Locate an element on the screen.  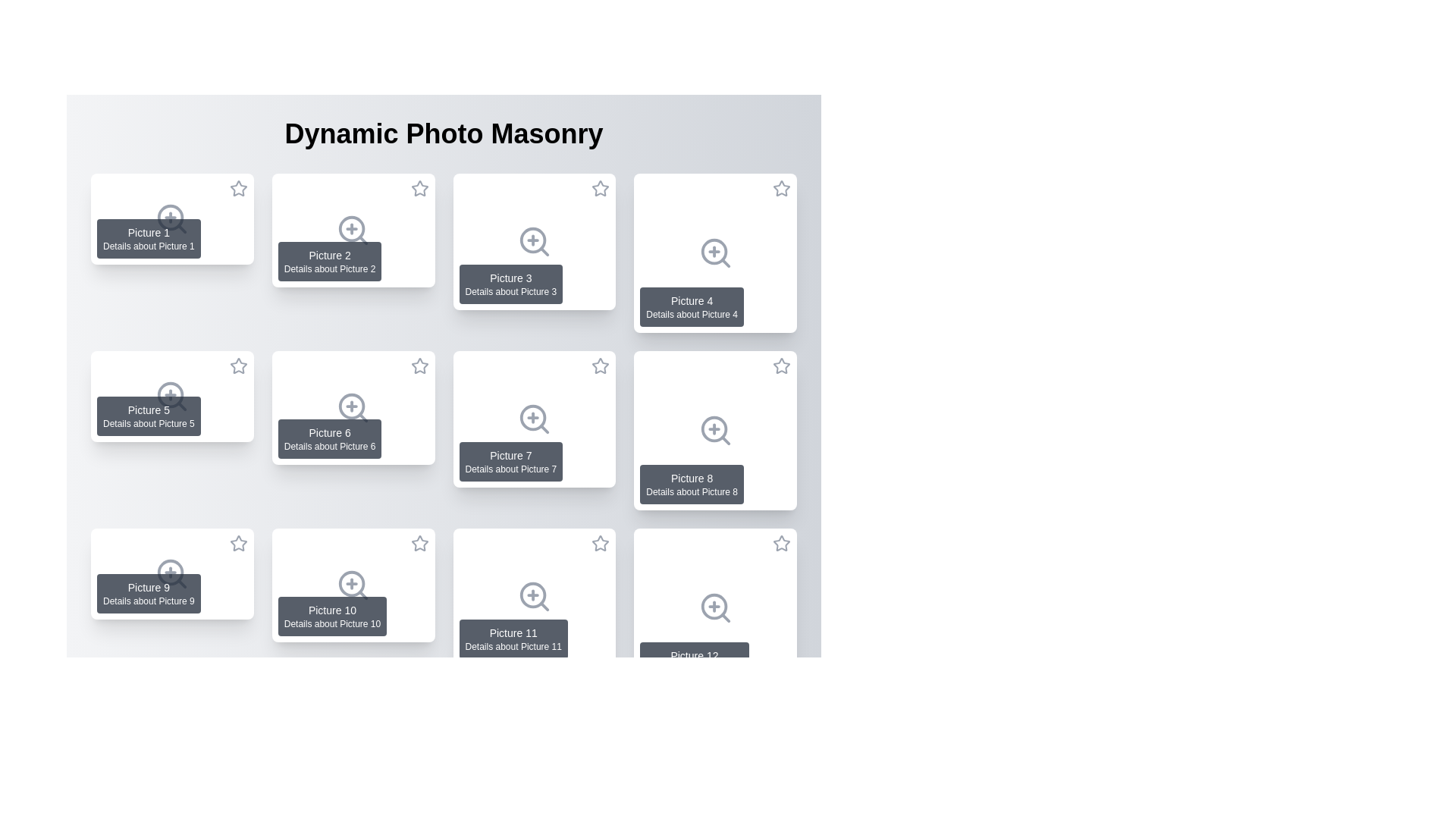
the magnifying glass icon associated with 'Picture 1' to initiate zoom-in functionality is located at coordinates (171, 218).